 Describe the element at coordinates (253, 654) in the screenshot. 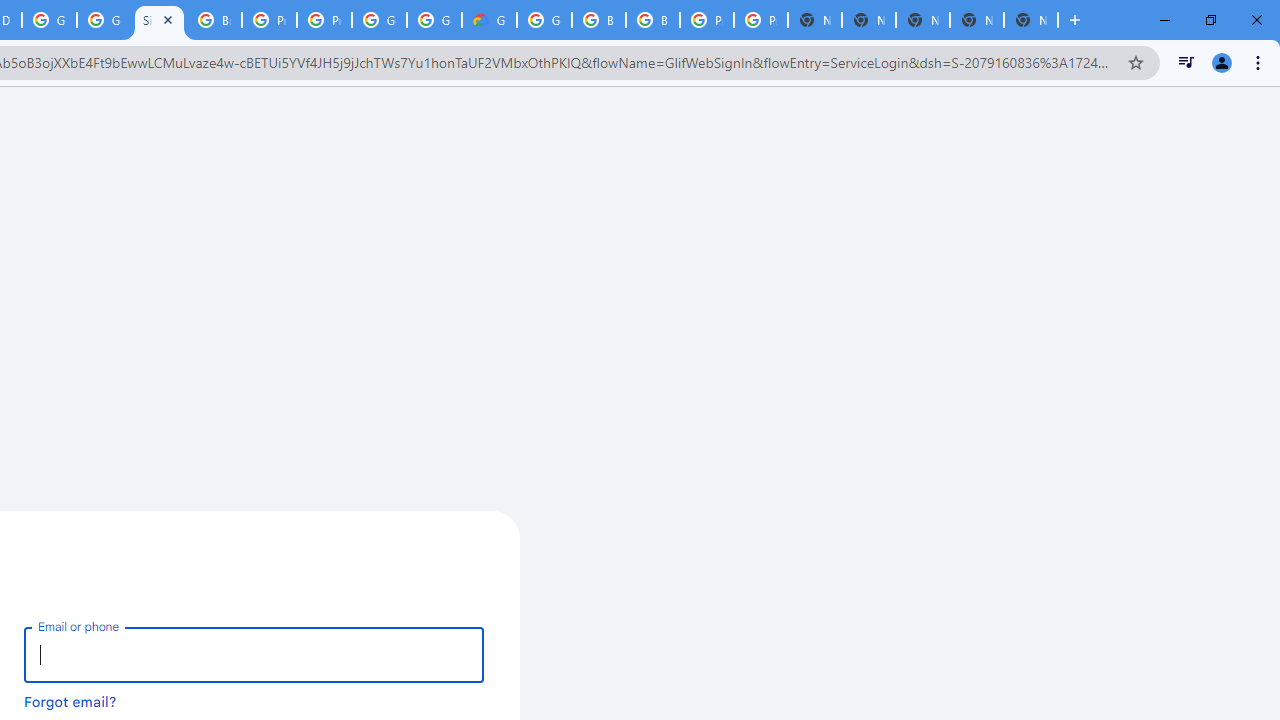

I see `'Email or phone'` at that location.